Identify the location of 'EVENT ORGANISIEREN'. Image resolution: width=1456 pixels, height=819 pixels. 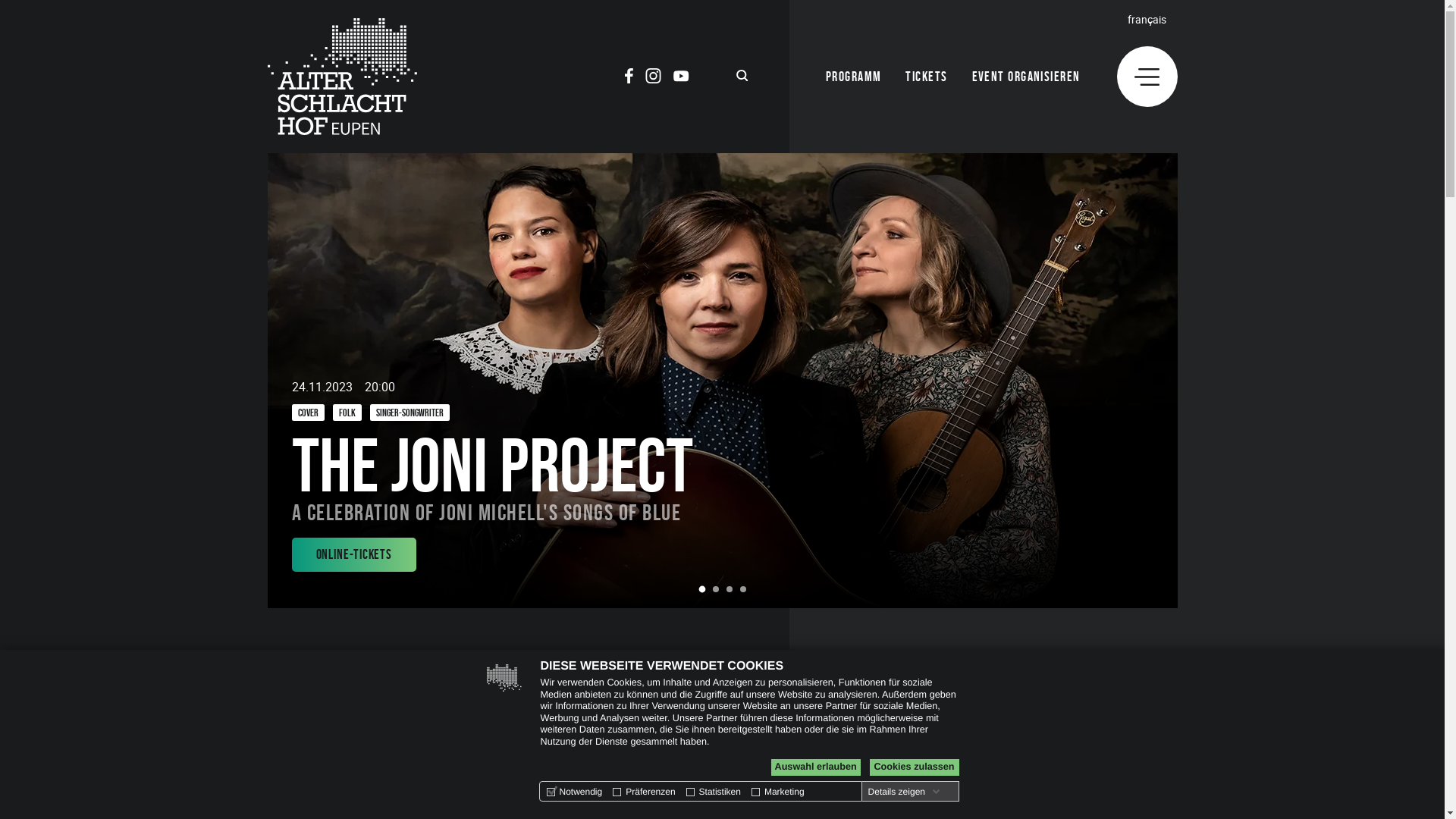
(971, 77).